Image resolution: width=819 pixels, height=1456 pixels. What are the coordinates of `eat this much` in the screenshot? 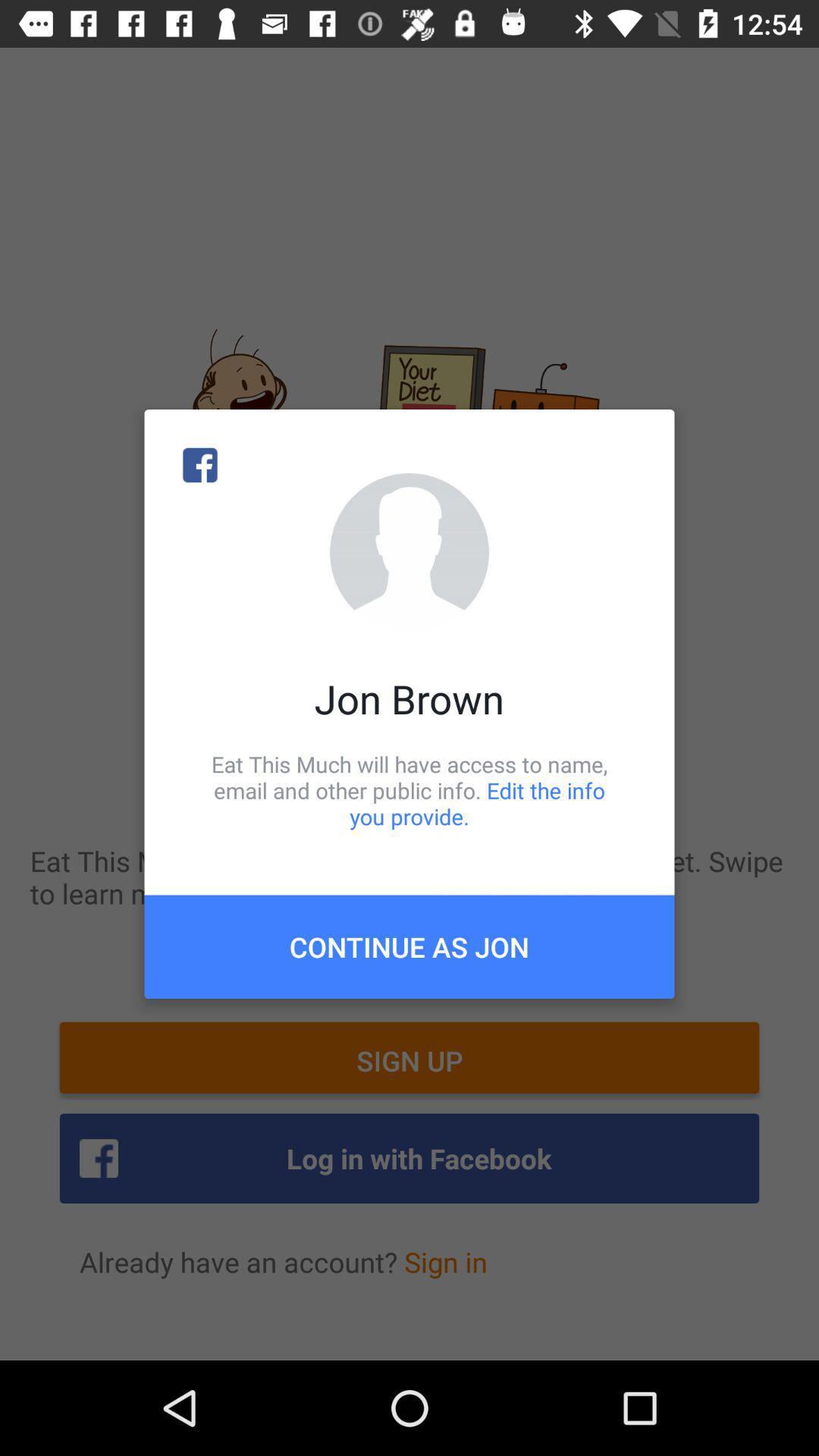 It's located at (409, 789).